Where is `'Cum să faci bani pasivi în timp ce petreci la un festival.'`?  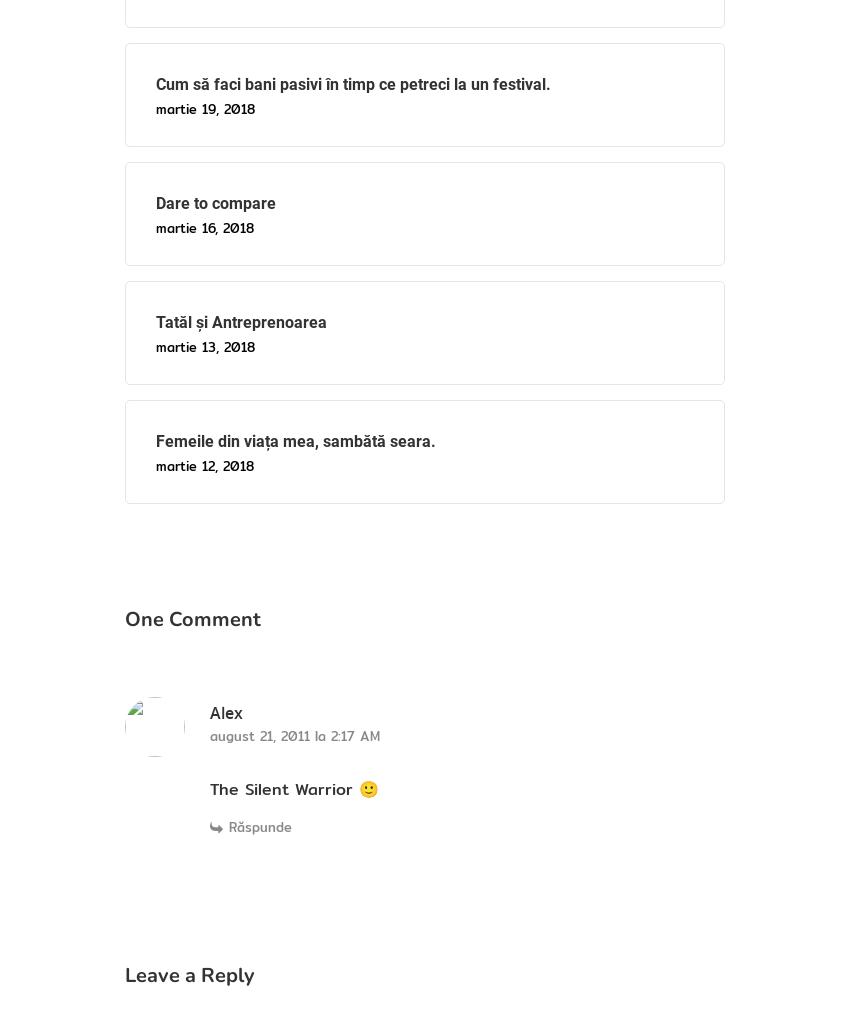
'Cum să faci bani pasivi în timp ce petreci la un festival.' is located at coordinates (352, 82).